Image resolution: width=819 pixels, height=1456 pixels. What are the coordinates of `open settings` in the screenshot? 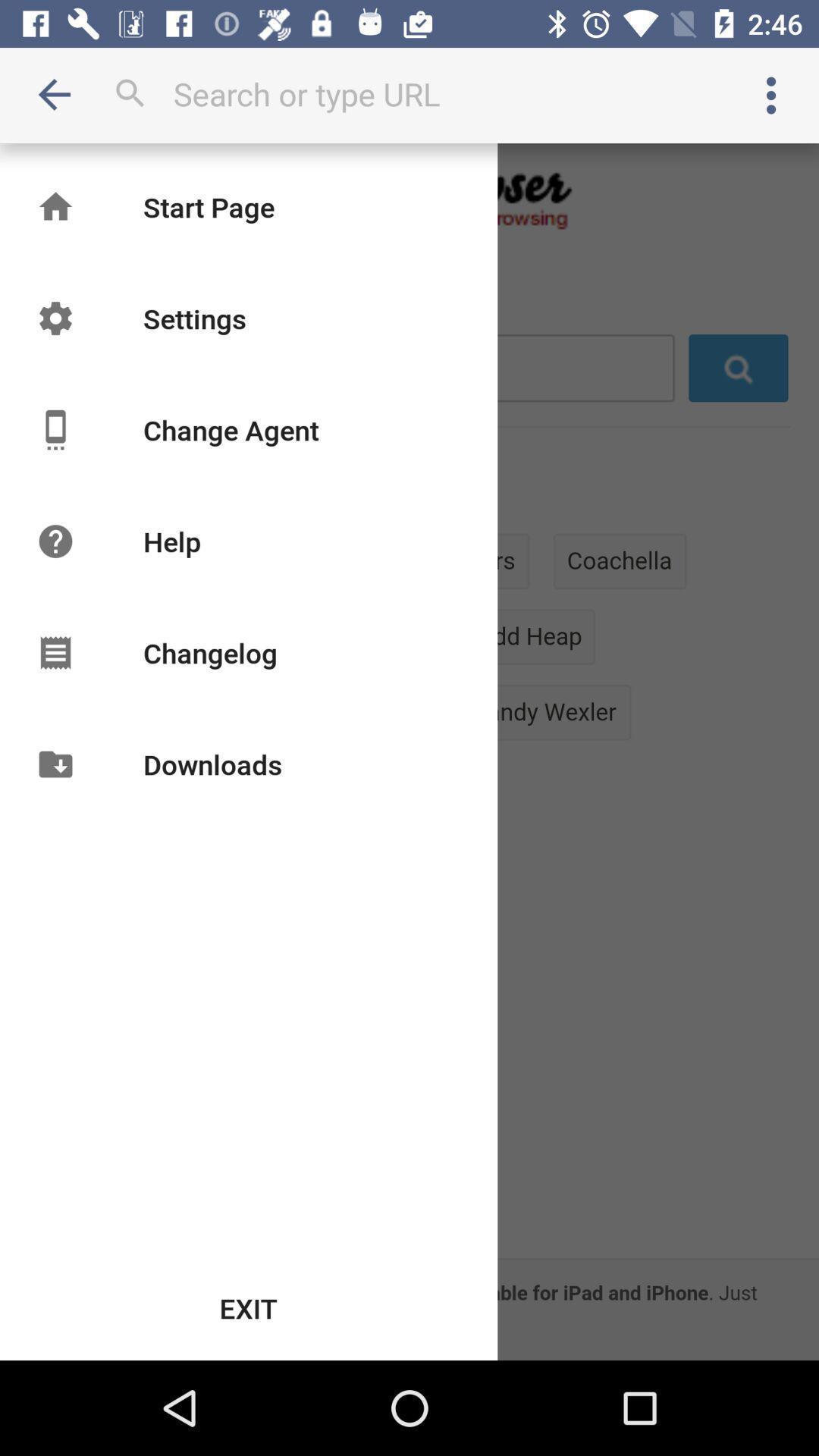 It's located at (771, 94).